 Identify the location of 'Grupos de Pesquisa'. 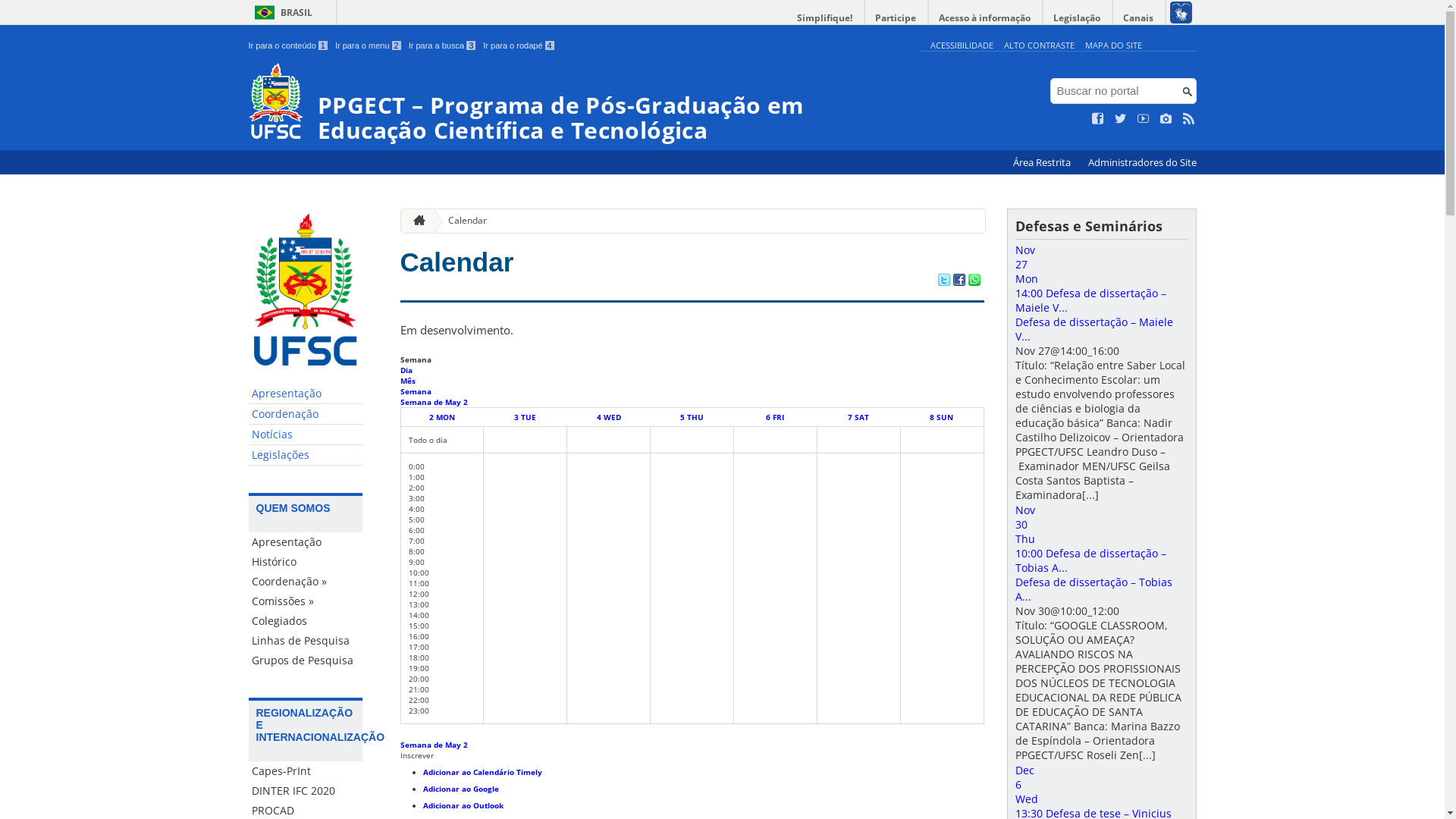
(305, 660).